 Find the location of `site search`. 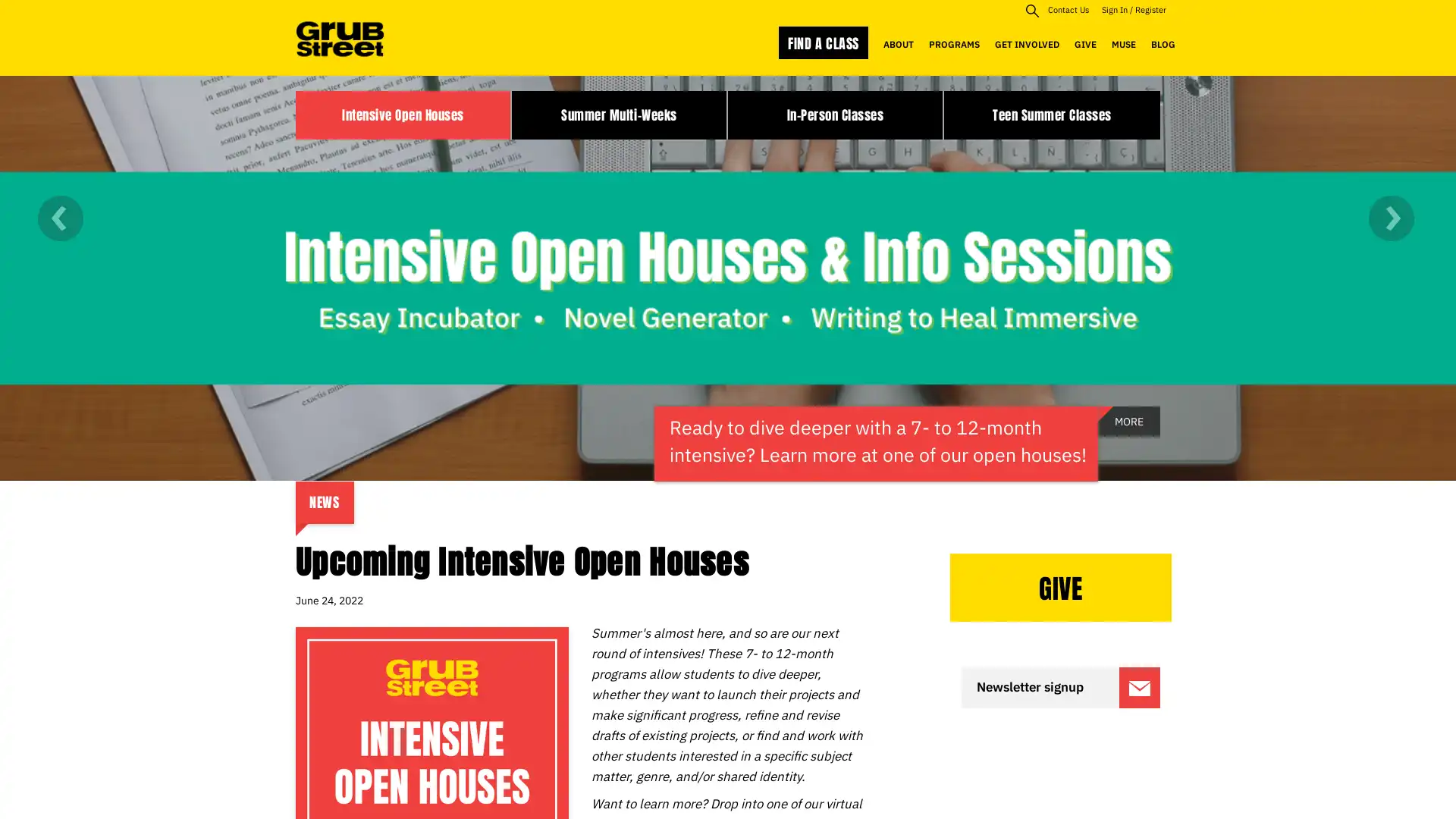

site search is located at coordinates (1031, 10).